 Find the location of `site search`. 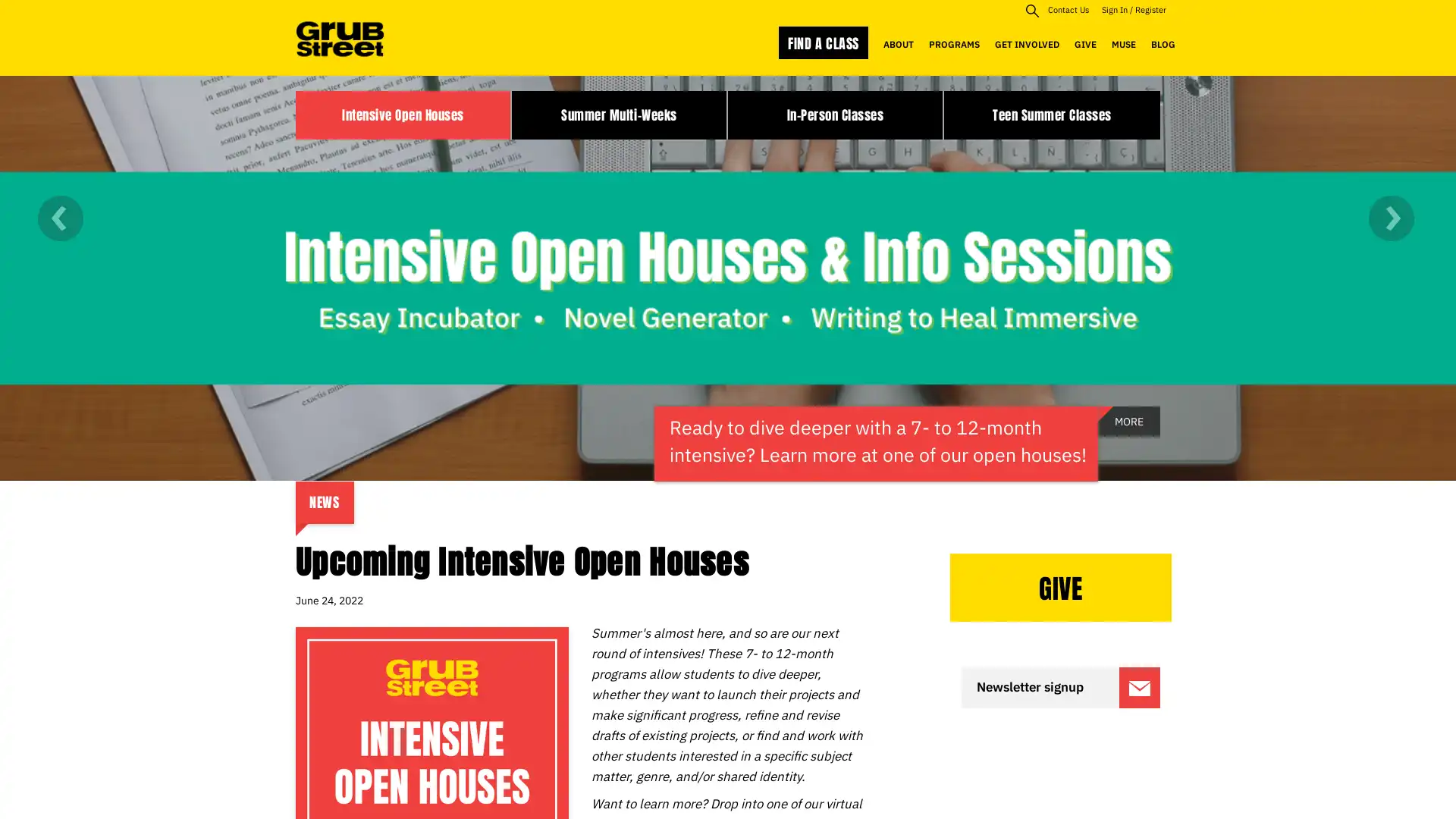

site search is located at coordinates (1031, 10).